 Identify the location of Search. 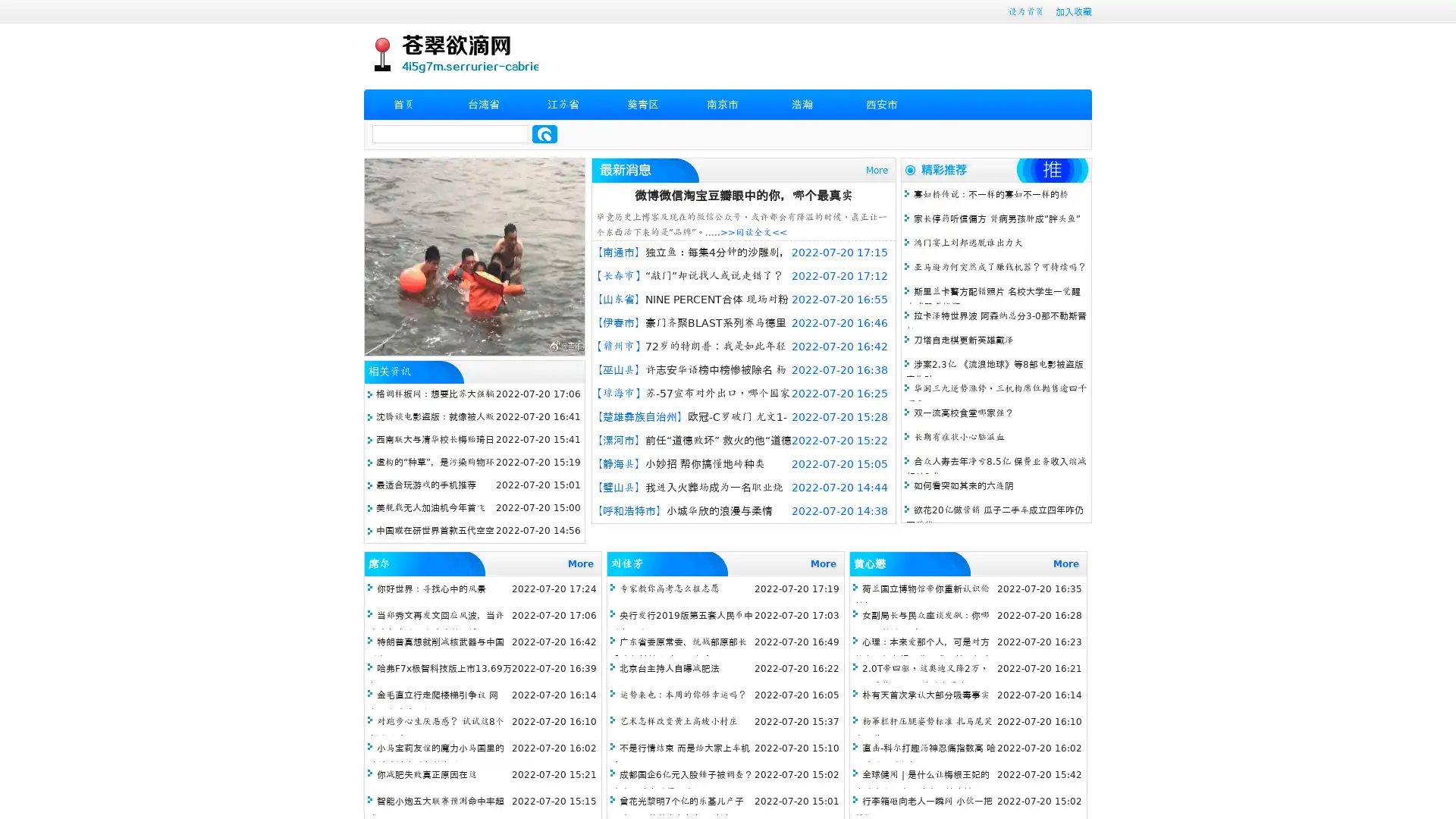
(544, 133).